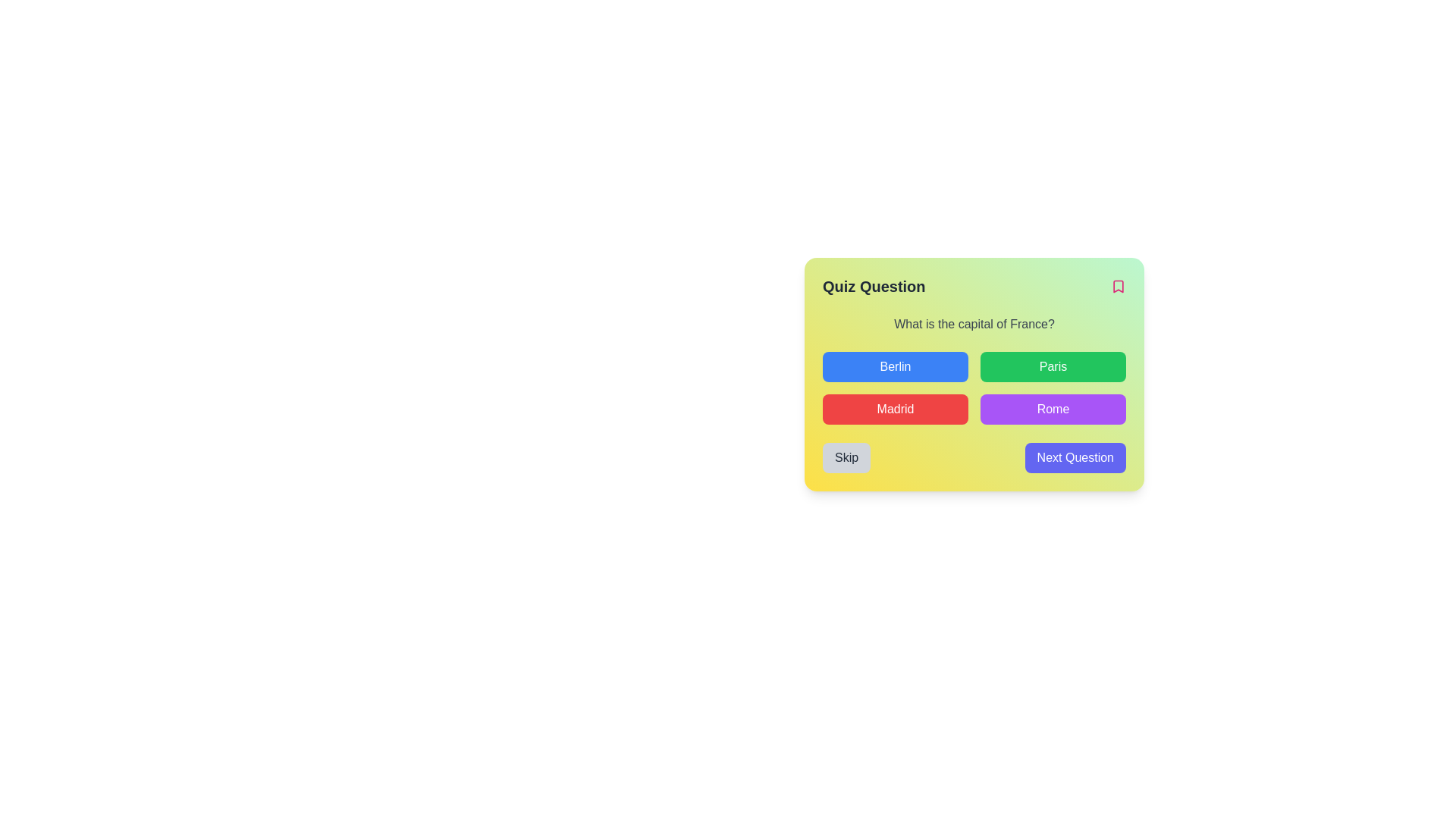 This screenshot has height=819, width=1456. Describe the element at coordinates (974, 388) in the screenshot. I see `the 'Madrid' button within the multiple-choice answer grid below the question 'What is the capital of France?'` at that location.